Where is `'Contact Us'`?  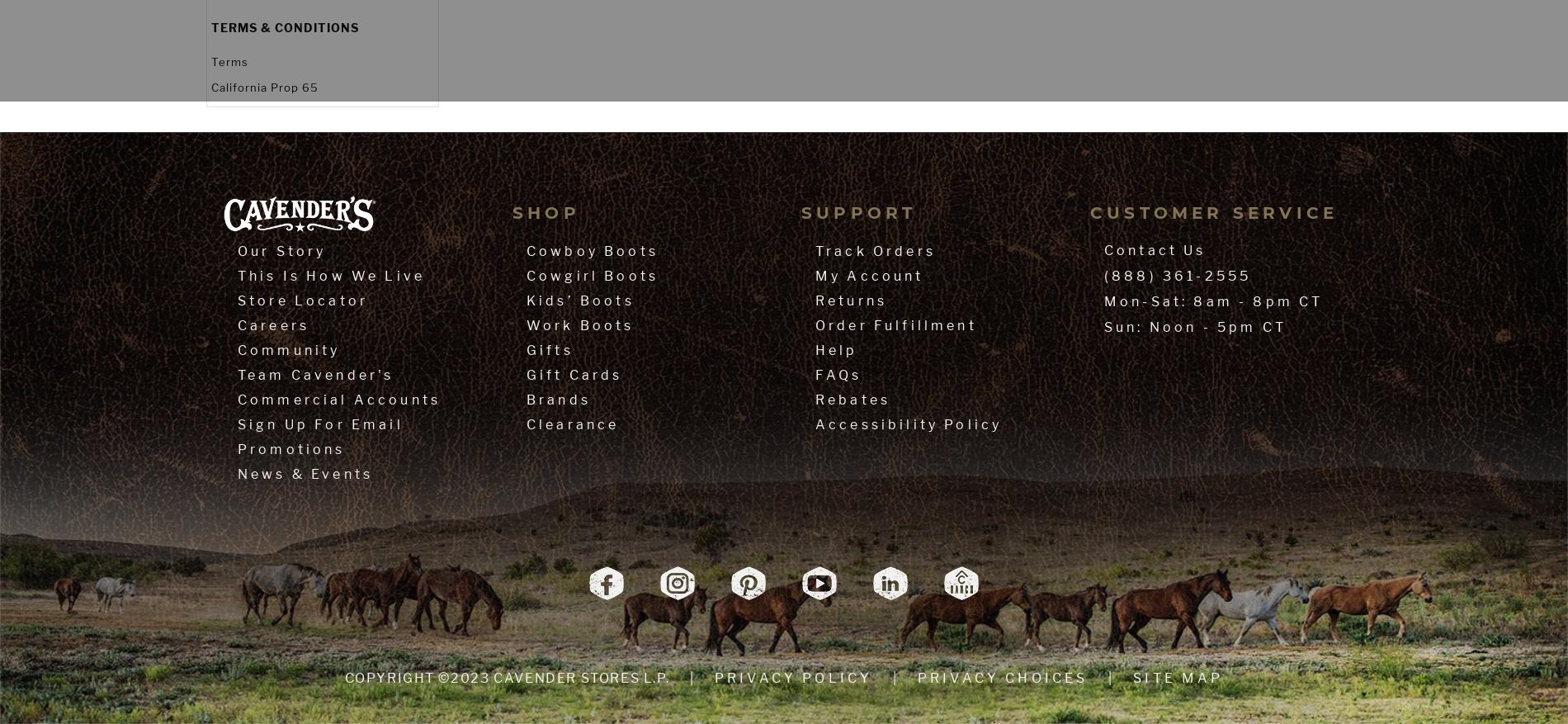 'Contact Us' is located at coordinates (1154, 249).